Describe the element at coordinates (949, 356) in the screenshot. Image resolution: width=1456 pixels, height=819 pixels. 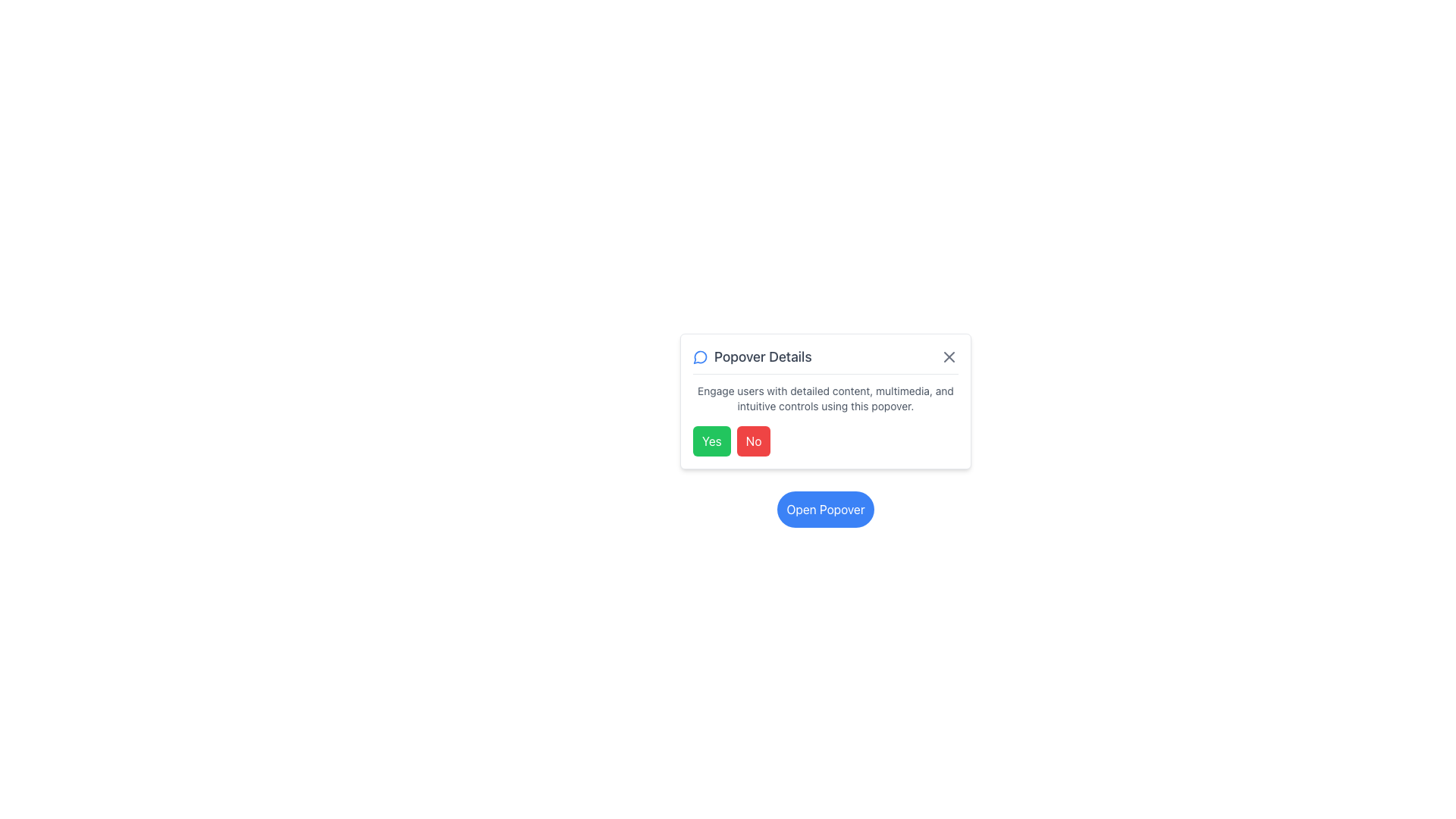
I see `the close button represented by an 'X' icon in the top-right corner of the 'Popover Details'` at that location.